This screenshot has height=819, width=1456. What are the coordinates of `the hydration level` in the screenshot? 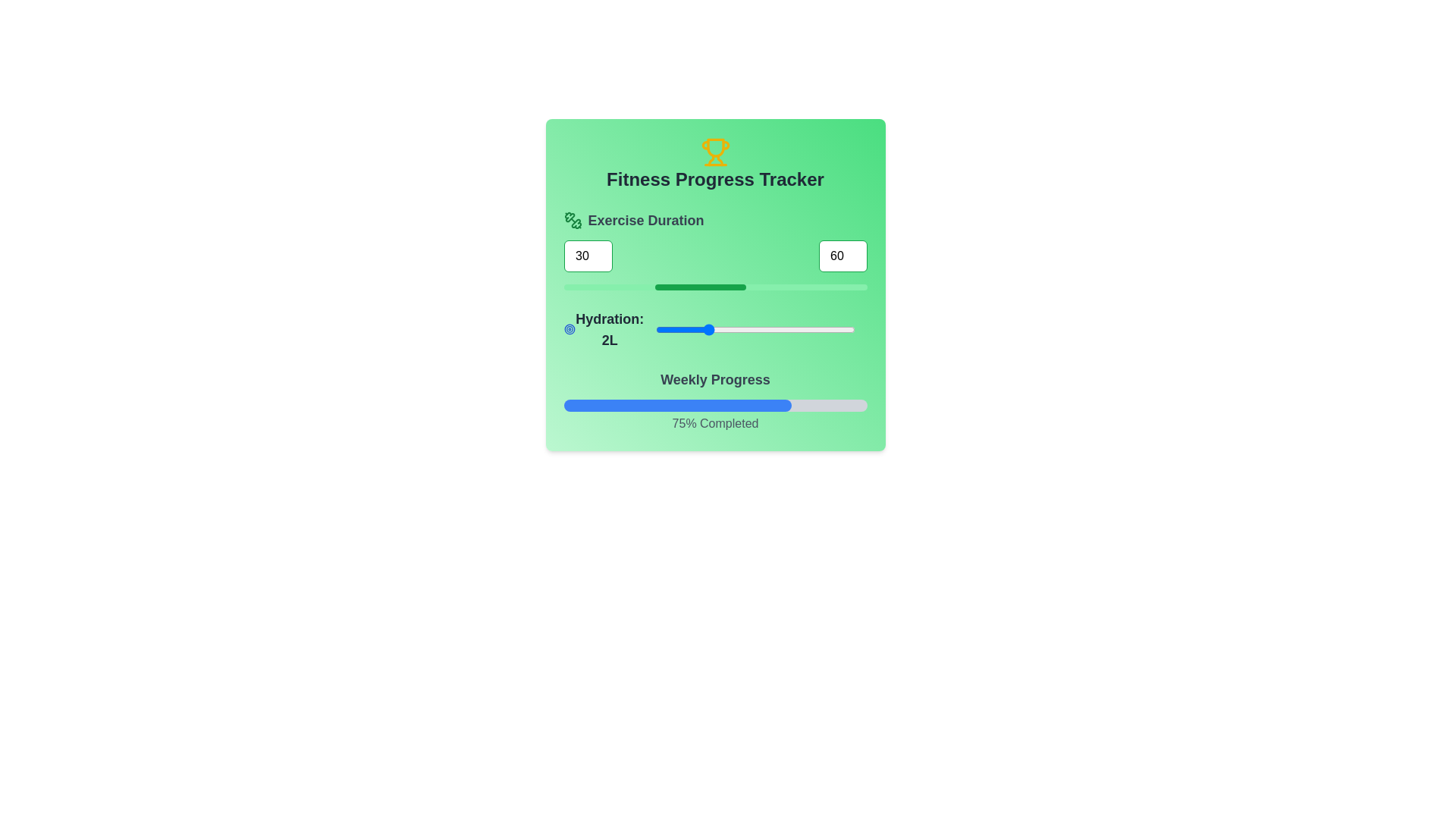 It's located at (755, 329).